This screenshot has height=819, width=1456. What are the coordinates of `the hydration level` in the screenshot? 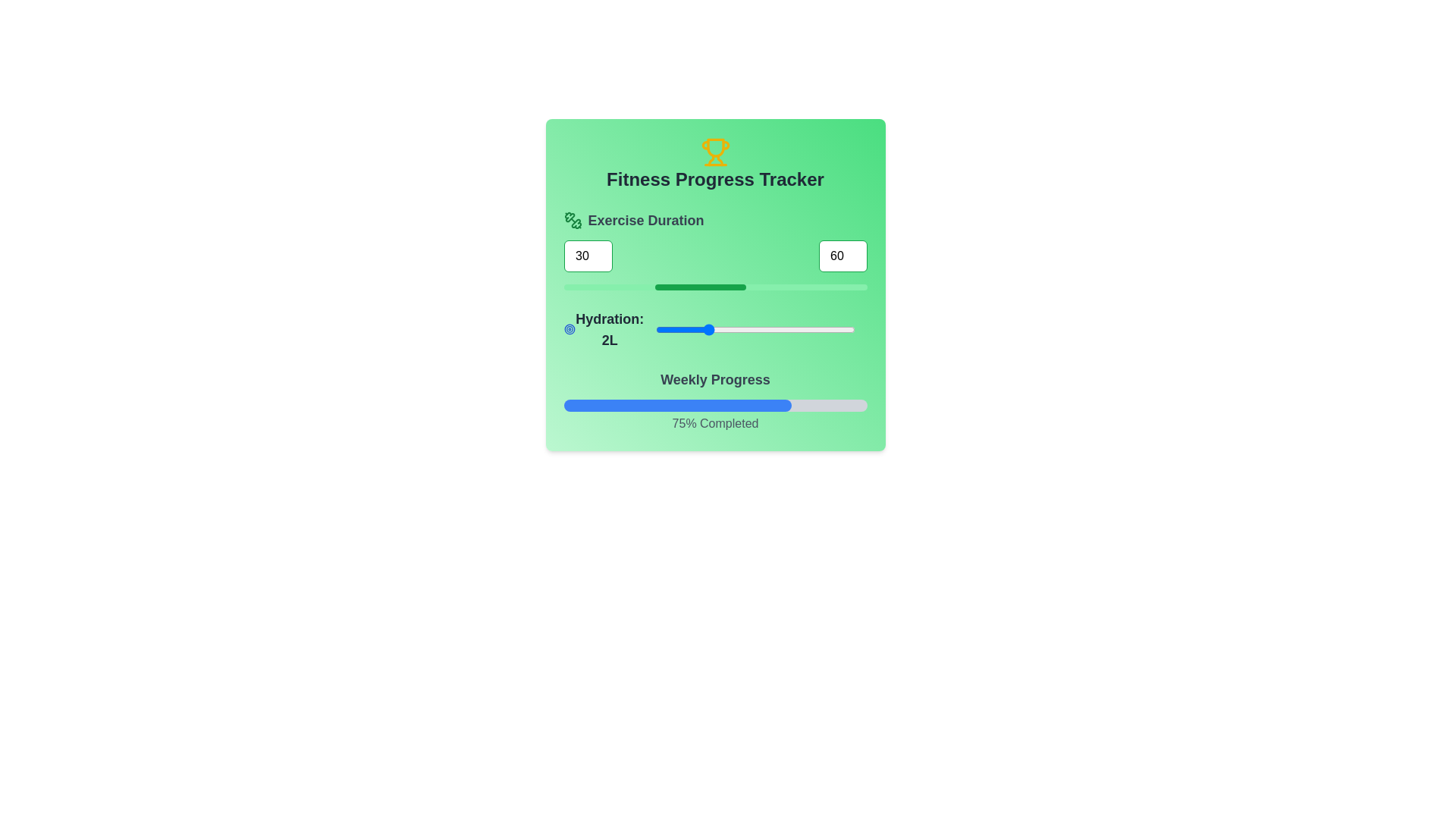 It's located at (755, 329).